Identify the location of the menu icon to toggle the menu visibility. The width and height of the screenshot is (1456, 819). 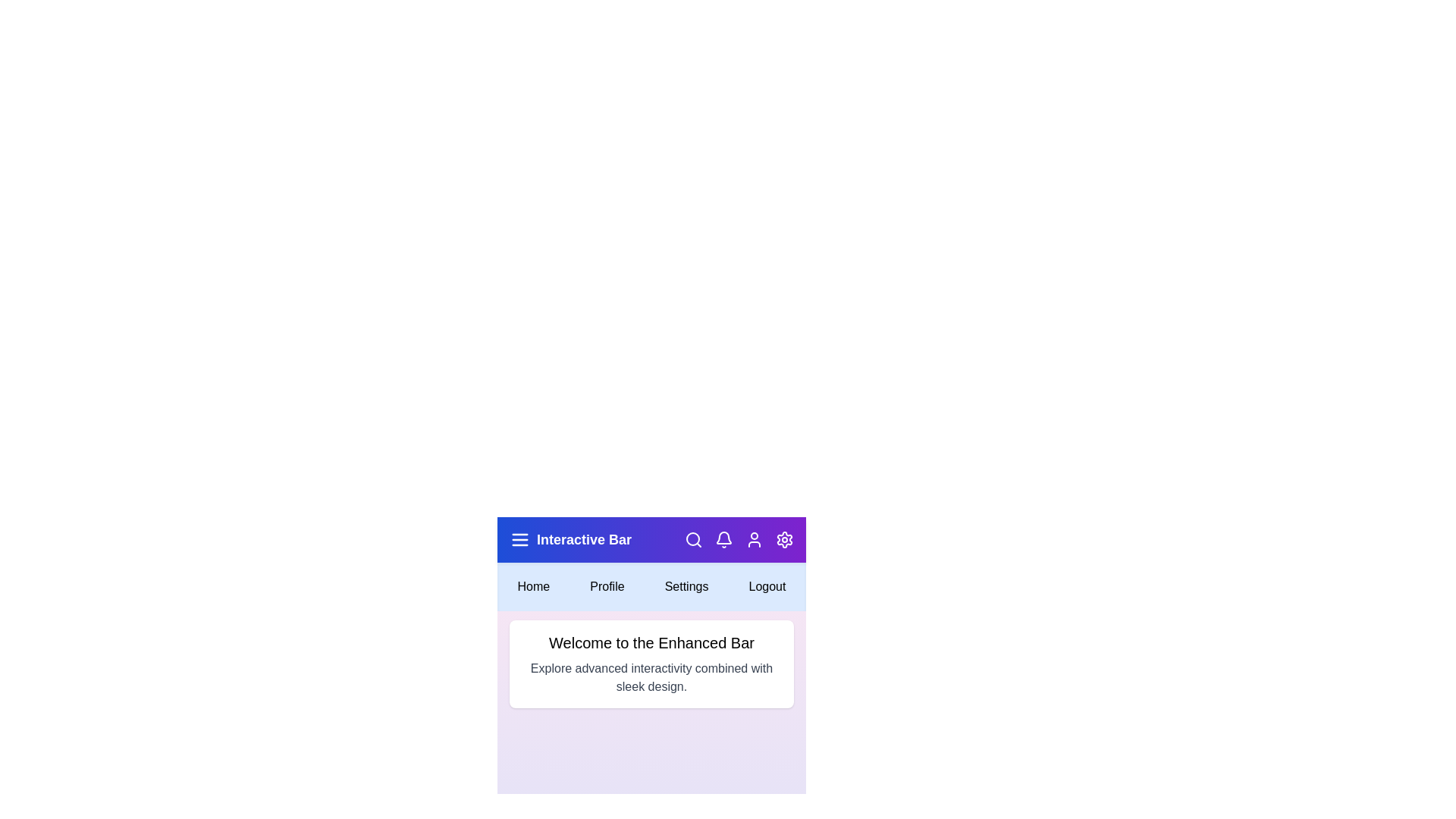
(520, 539).